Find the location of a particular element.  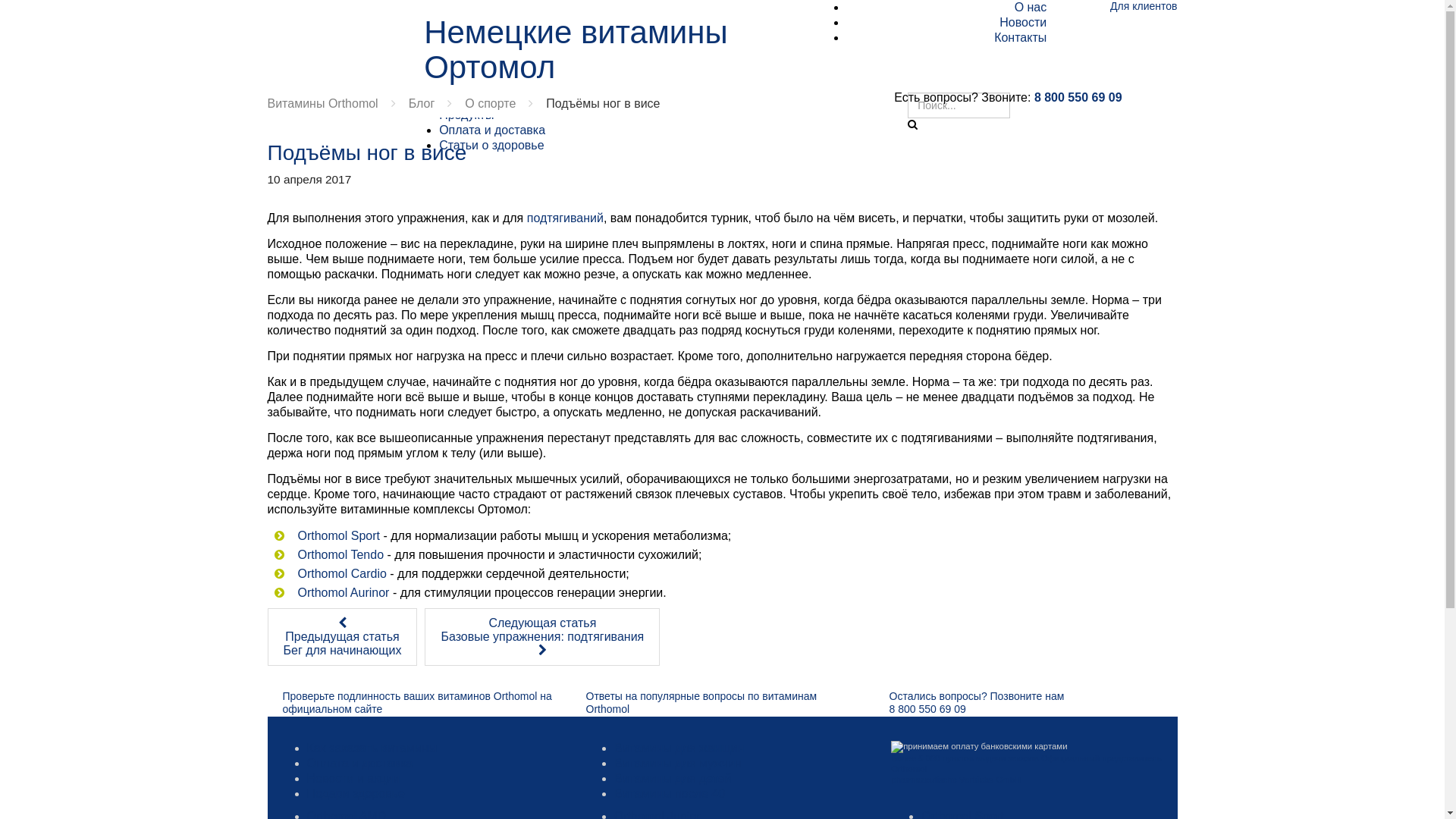

'Orthomol Sport' is located at coordinates (337, 535).